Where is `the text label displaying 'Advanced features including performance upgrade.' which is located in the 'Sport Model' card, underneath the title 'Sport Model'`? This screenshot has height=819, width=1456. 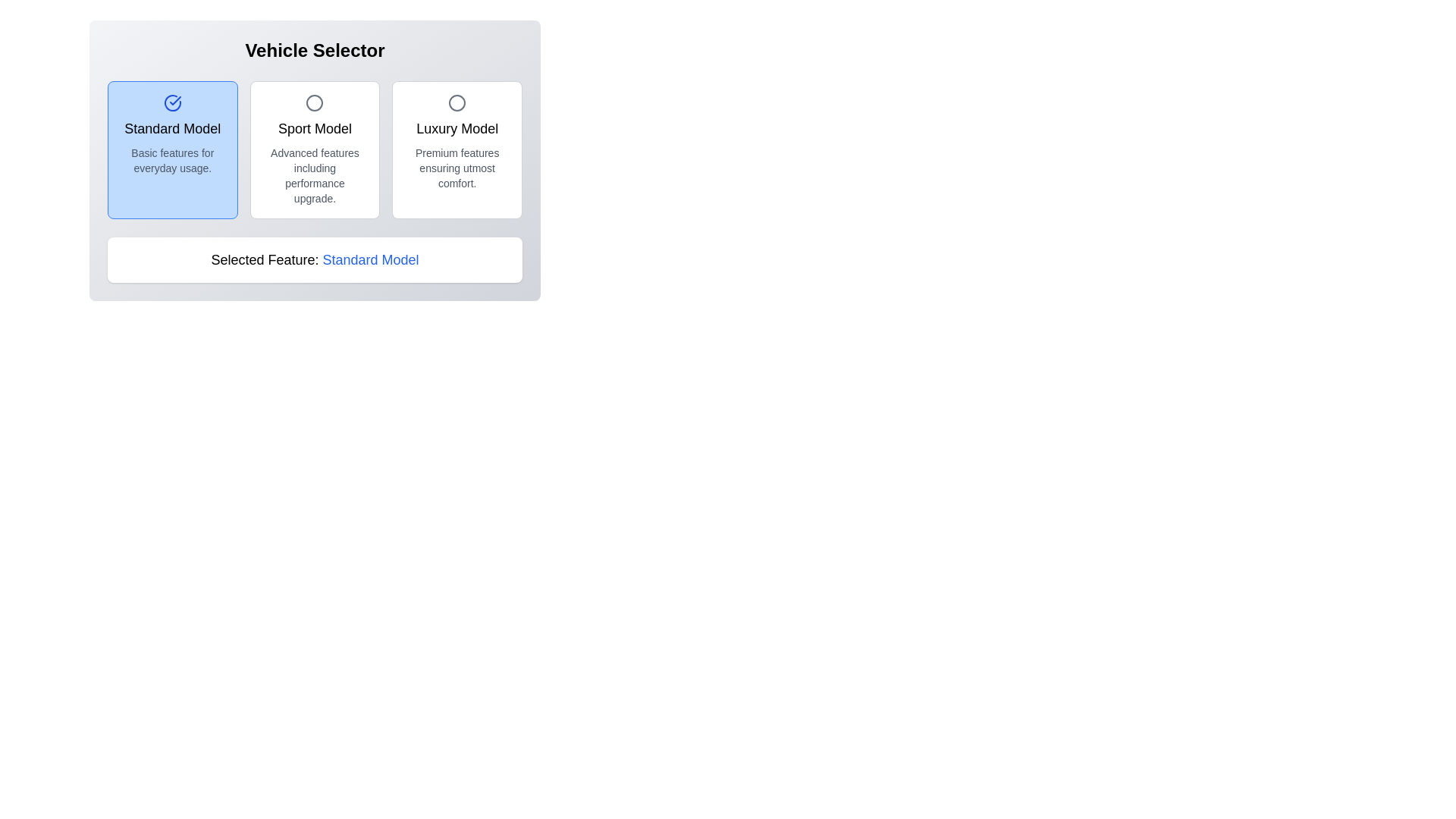
the text label displaying 'Advanced features including performance upgrade.' which is located in the 'Sport Model' card, underneath the title 'Sport Model' is located at coordinates (314, 174).